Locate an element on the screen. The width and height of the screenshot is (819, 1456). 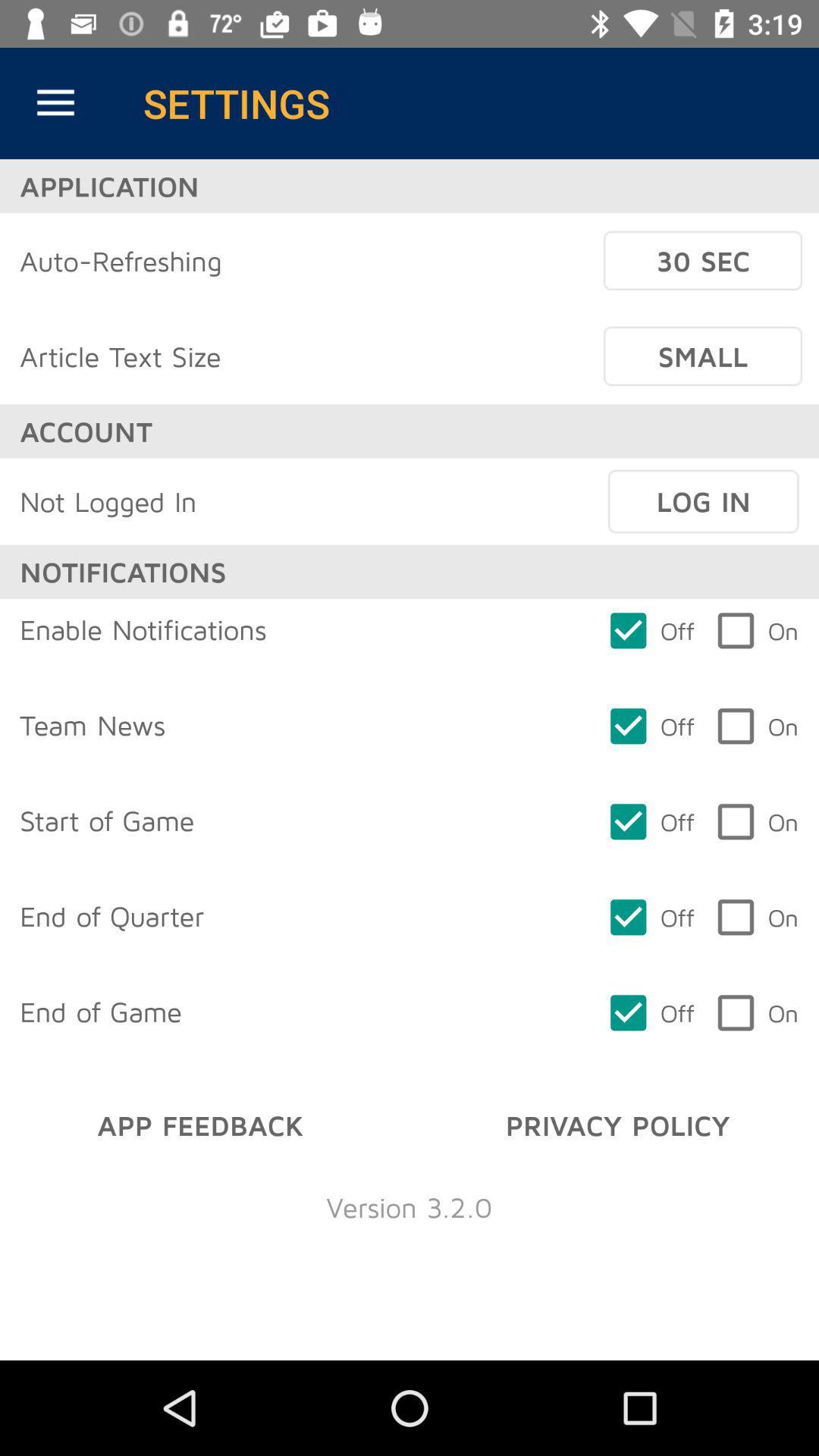
the version 3 2 is located at coordinates (409, 1206).